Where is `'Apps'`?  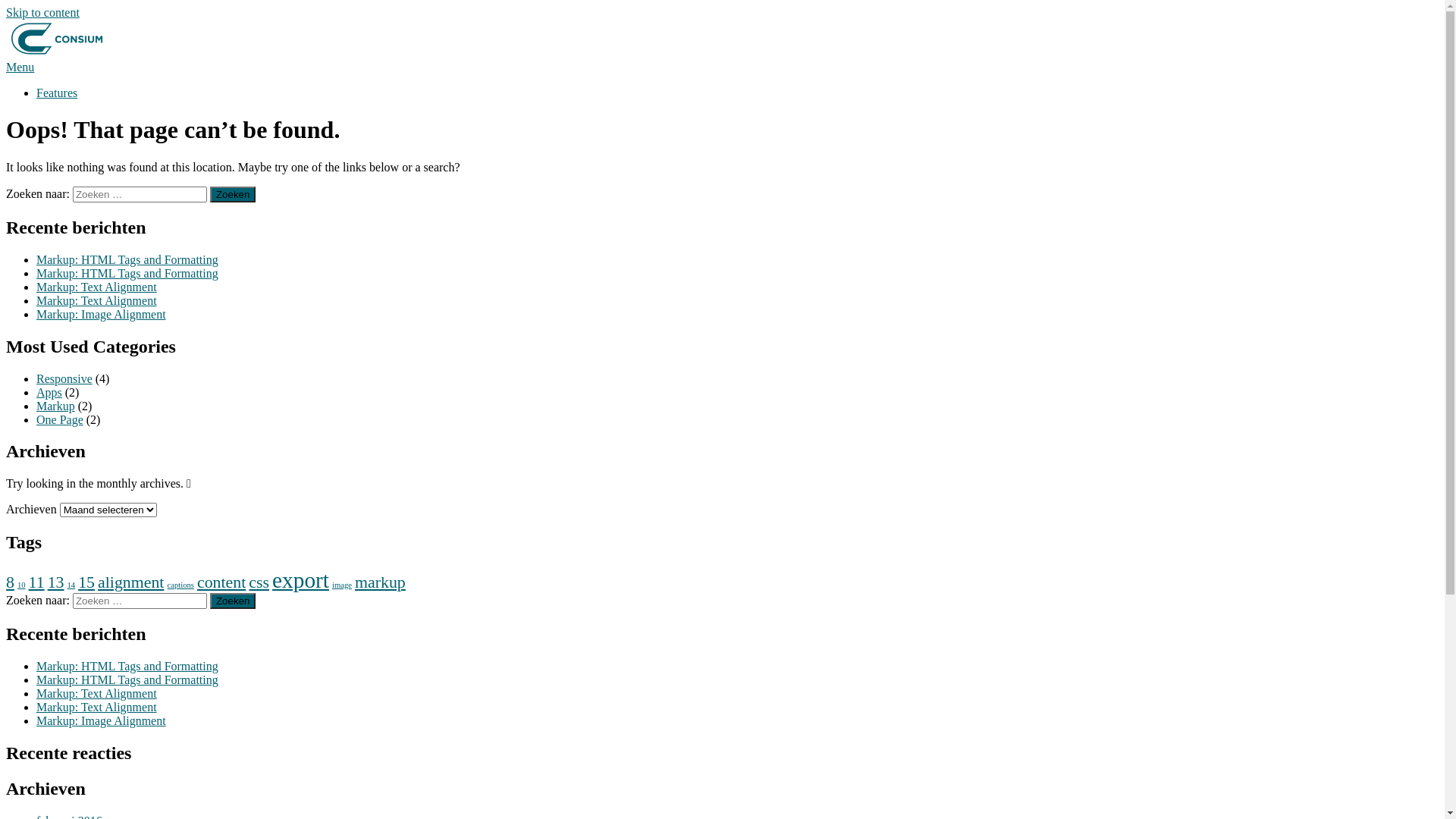 'Apps' is located at coordinates (49, 391).